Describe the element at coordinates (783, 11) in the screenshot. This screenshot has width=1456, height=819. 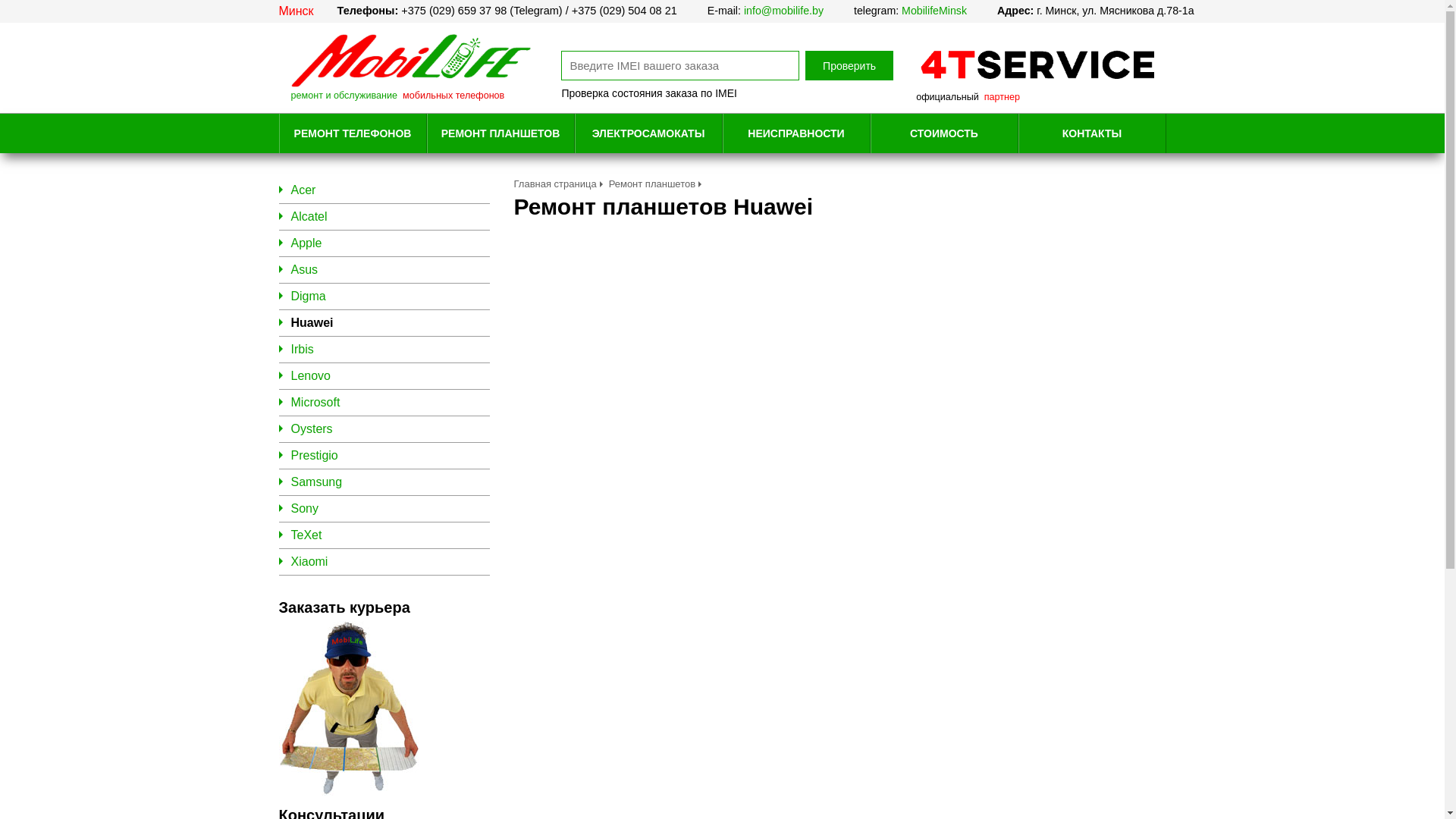
I see `'info@mobilife.by'` at that location.